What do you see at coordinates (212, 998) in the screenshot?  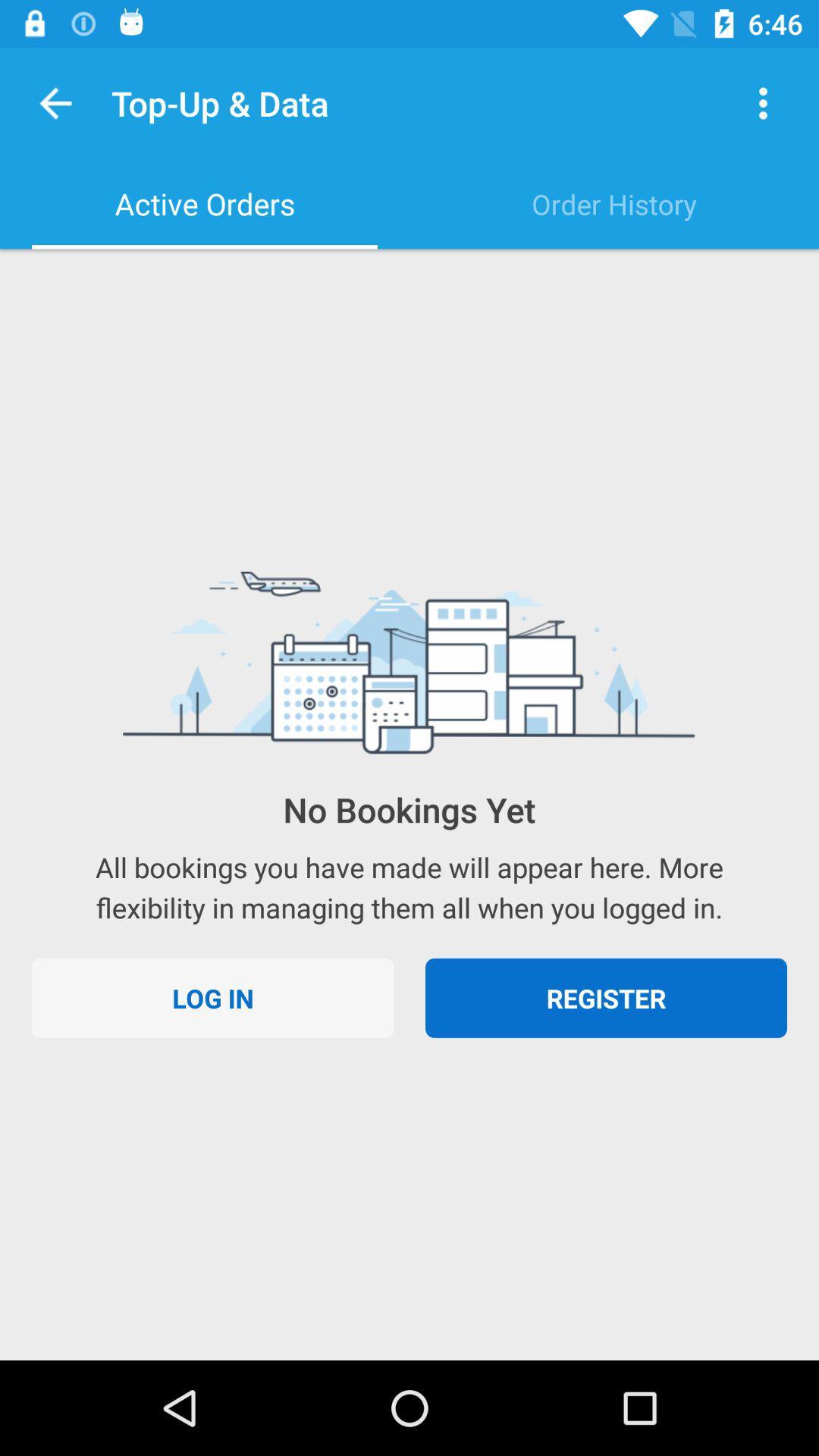 I see `icon below all bookings you icon` at bounding box center [212, 998].